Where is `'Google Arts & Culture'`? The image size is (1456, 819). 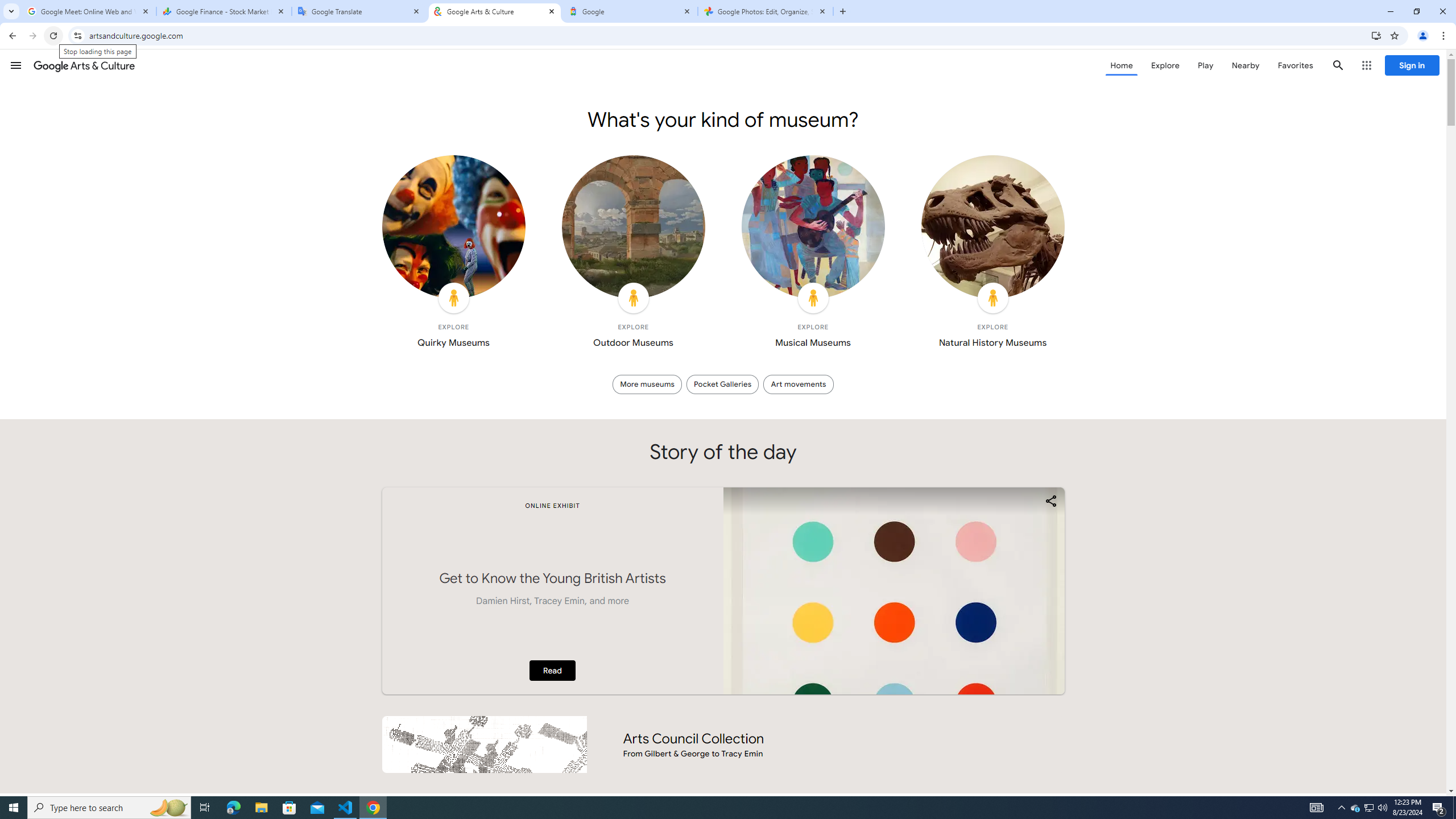 'Google Arts & Culture' is located at coordinates (84, 65).